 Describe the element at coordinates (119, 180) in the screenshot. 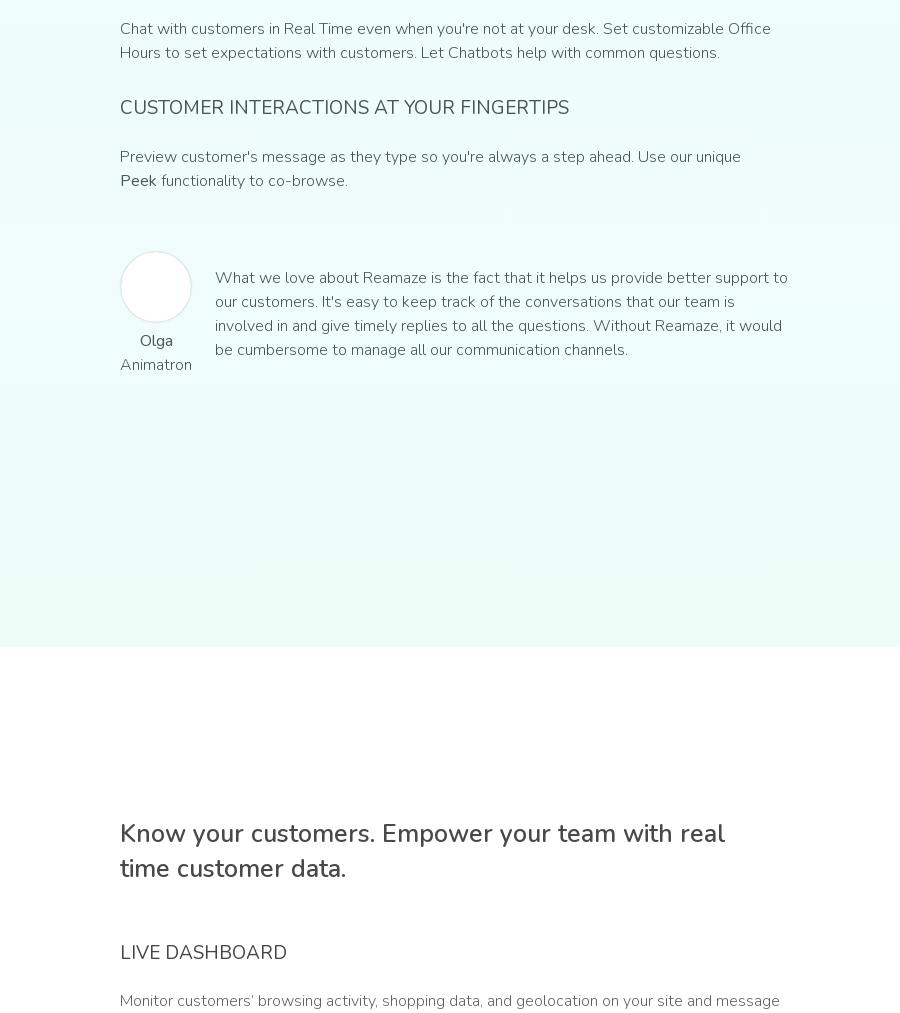

I see `'Peek'` at that location.